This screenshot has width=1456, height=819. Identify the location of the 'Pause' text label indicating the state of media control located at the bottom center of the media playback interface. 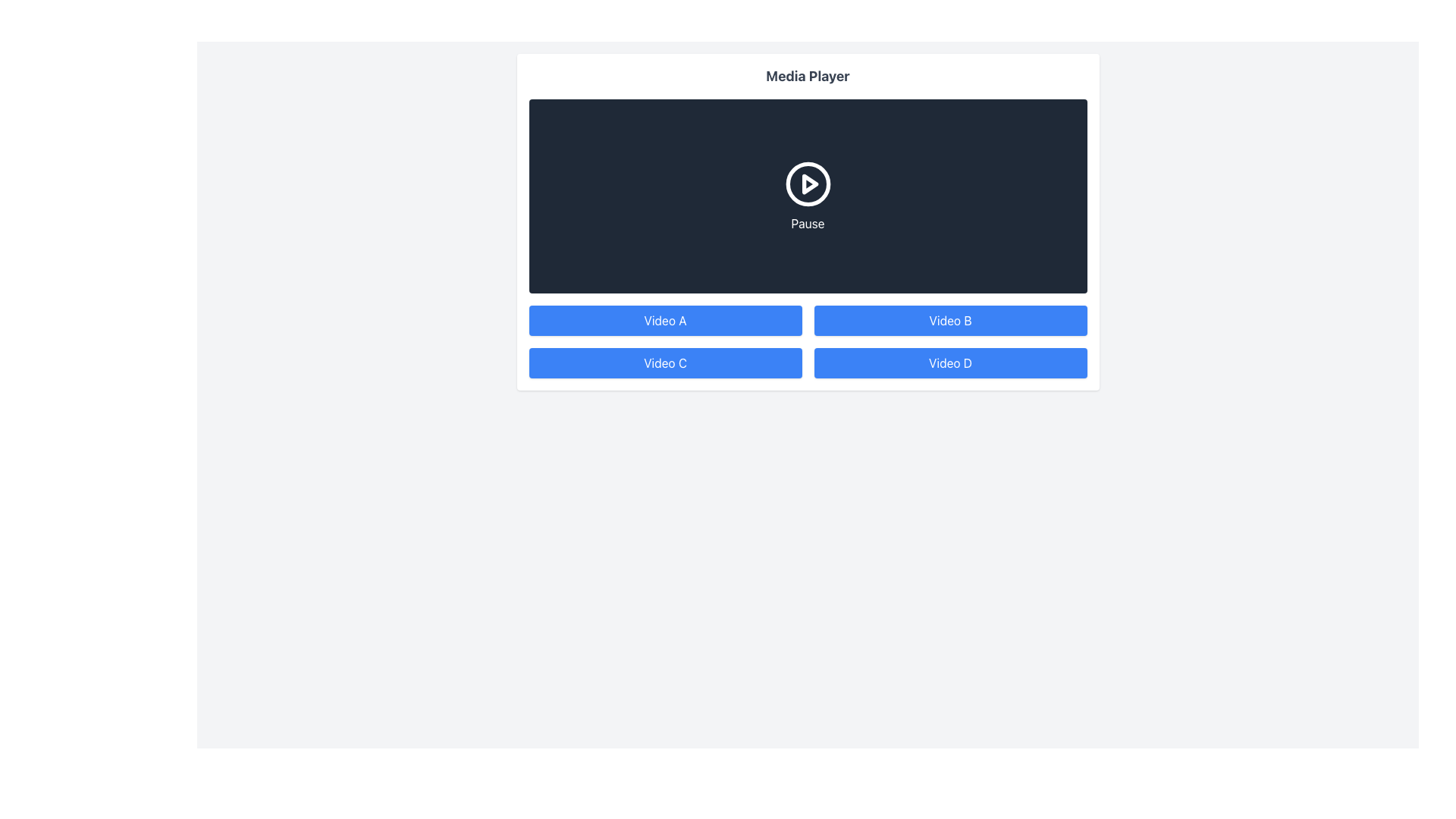
(807, 223).